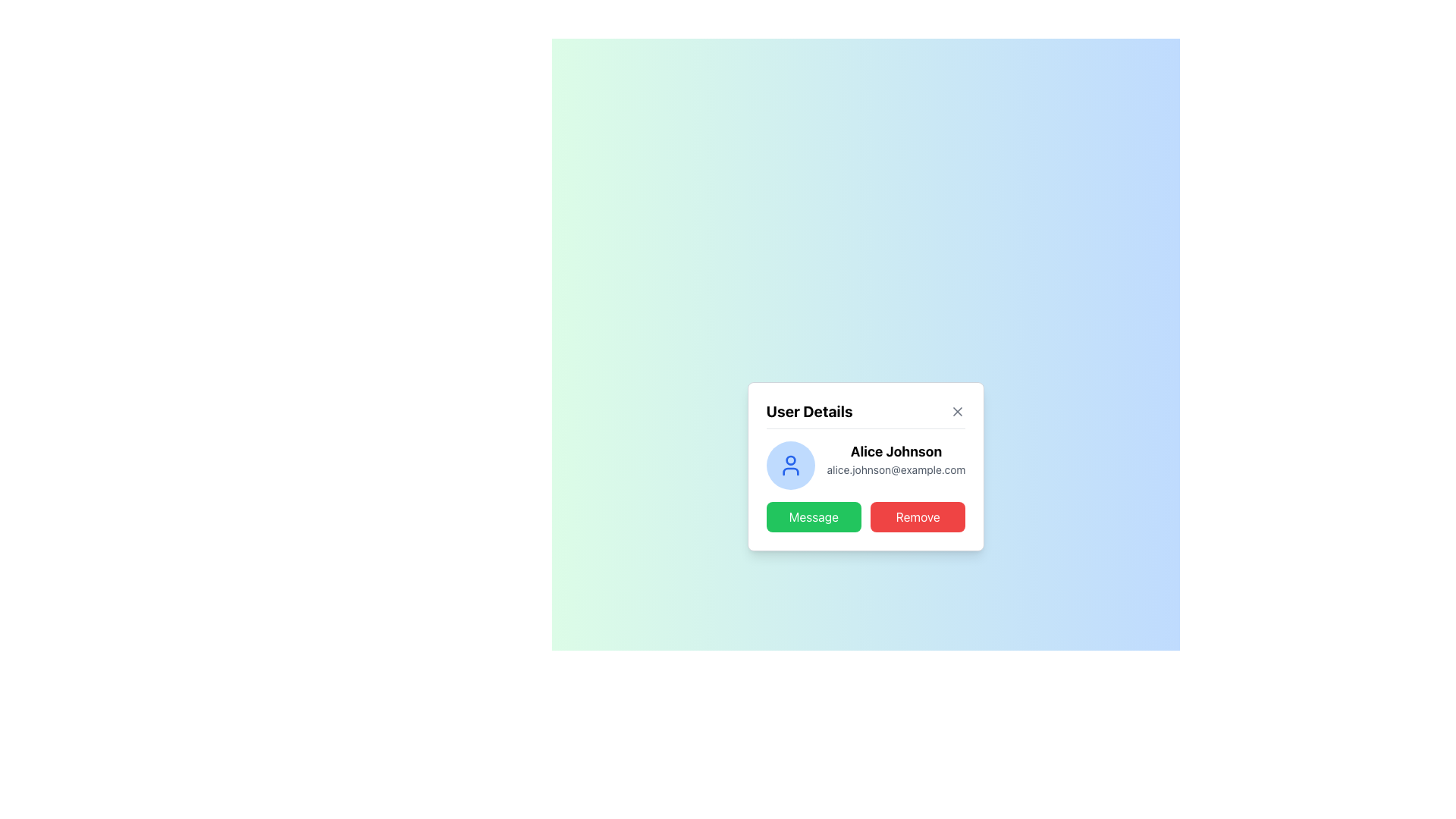 The width and height of the screenshot is (1456, 819). What do you see at coordinates (896, 450) in the screenshot?
I see `the bold text label displaying 'Alice Johnson', which is the primary text in the user information group above the email address` at bounding box center [896, 450].